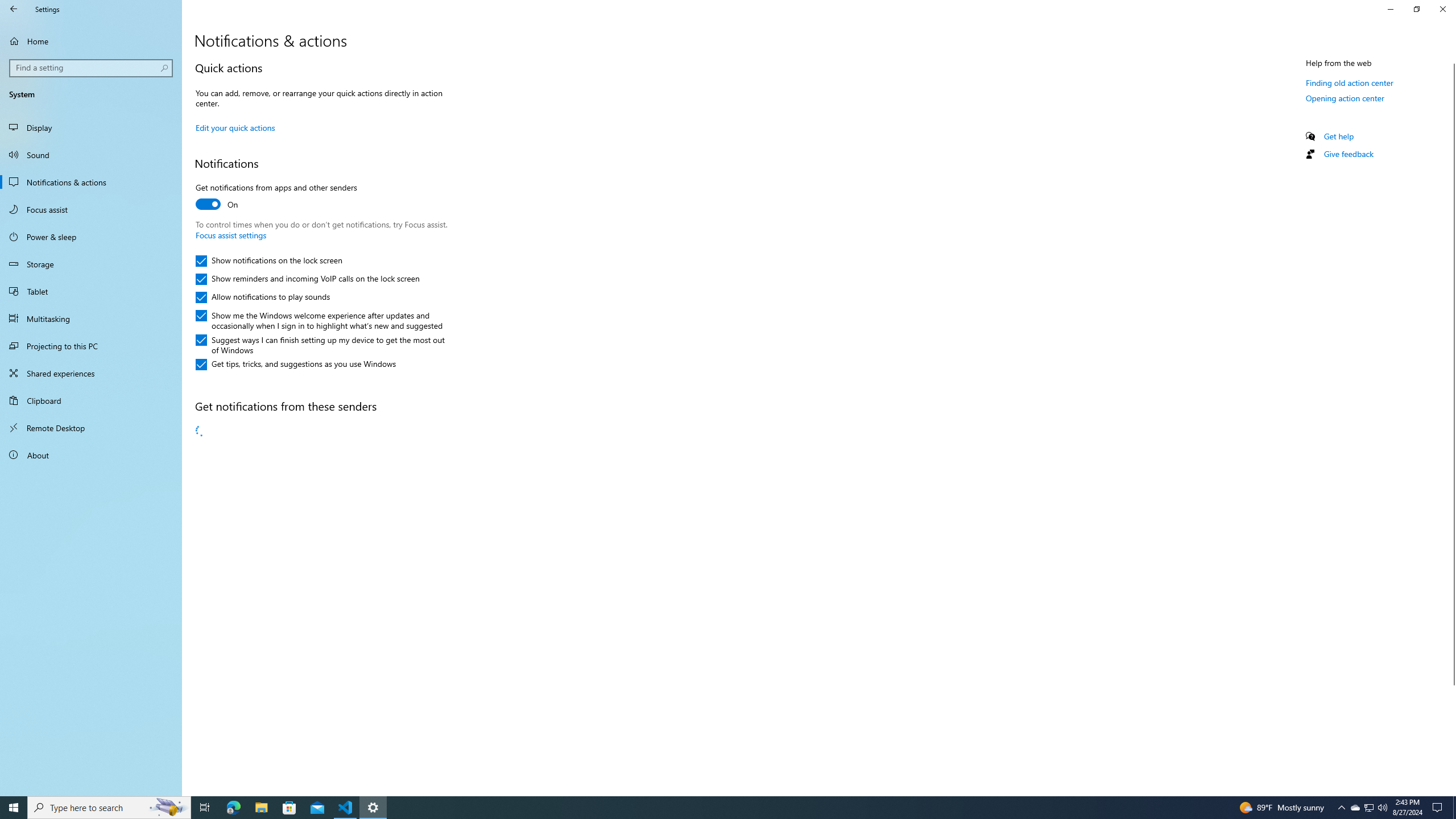 The image size is (1456, 819). What do you see at coordinates (90, 454) in the screenshot?
I see `'About'` at bounding box center [90, 454].